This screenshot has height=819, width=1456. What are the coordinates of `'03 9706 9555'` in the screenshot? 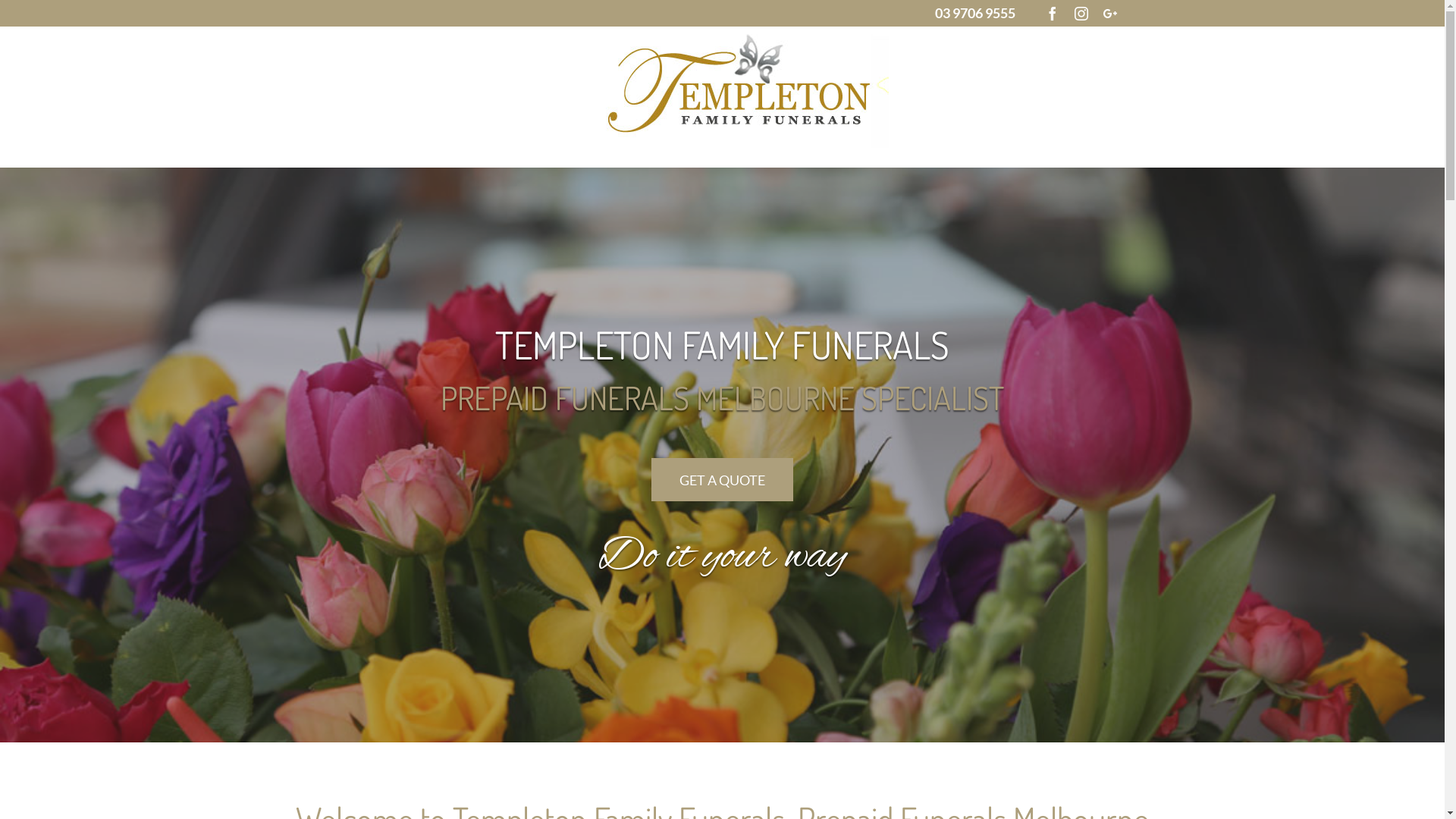 It's located at (975, 12).